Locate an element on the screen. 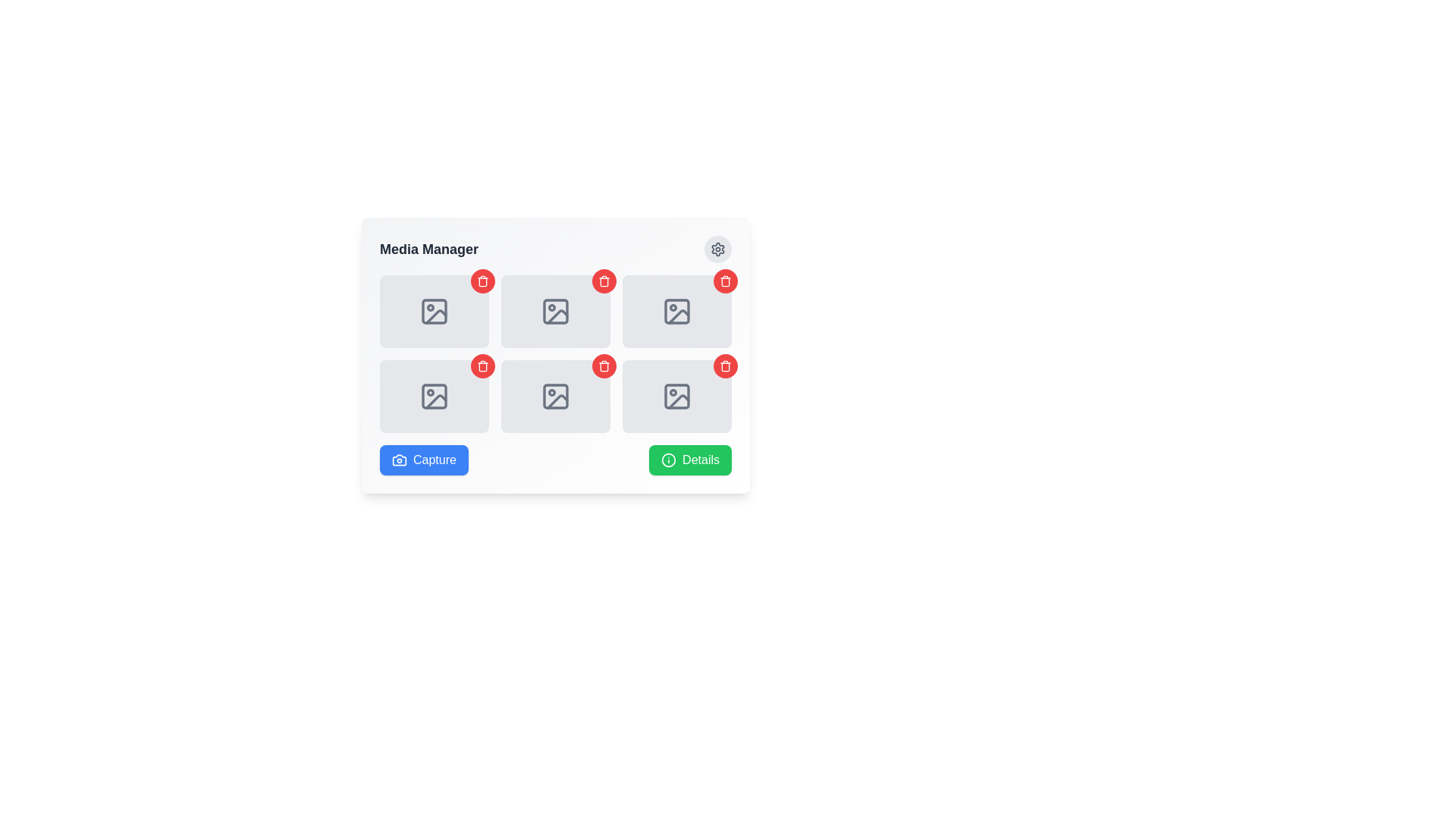 This screenshot has height=819, width=1456. the settings icon located at the top-right corner of the panel is located at coordinates (717, 248).